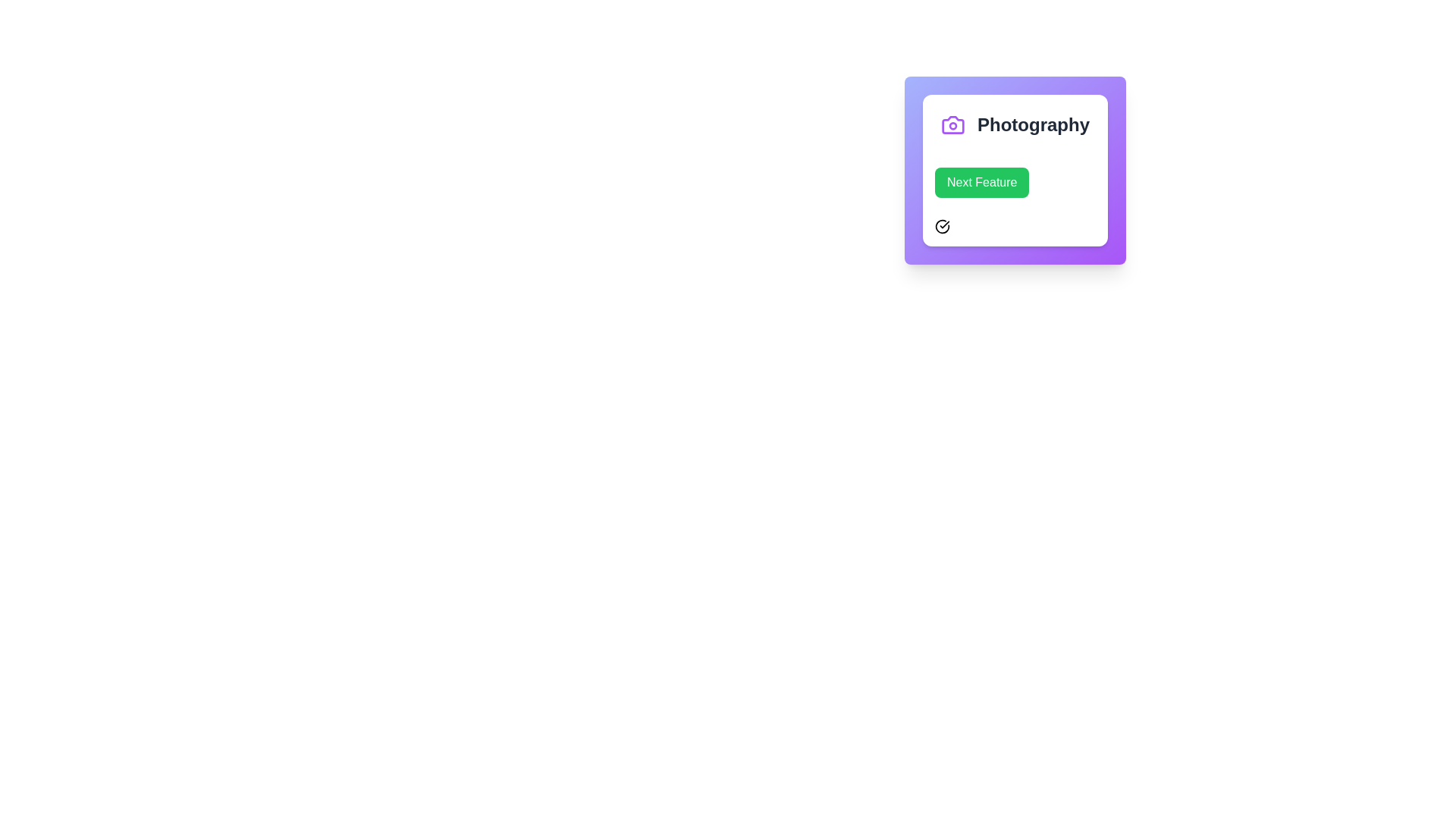 This screenshot has height=819, width=1456. Describe the element at coordinates (1015, 170) in the screenshot. I see `the 'Photography' button with a purple gradient border` at that location.